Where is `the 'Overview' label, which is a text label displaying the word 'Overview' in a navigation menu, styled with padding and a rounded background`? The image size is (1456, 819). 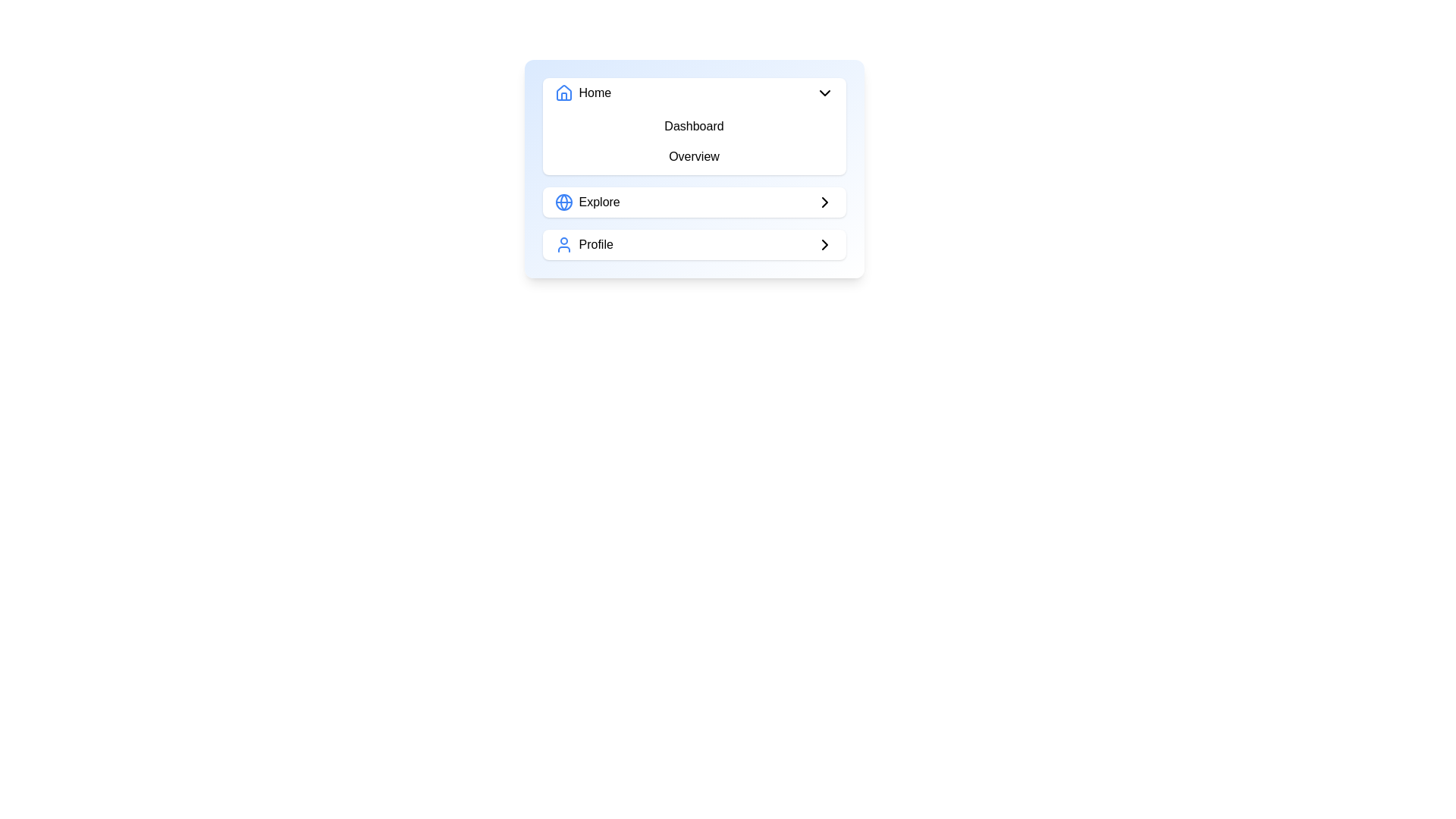 the 'Overview' label, which is a text label displaying the word 'Overview' in a navigation menu, styled with padding and a rounded background is located at coordinates (693, 157).